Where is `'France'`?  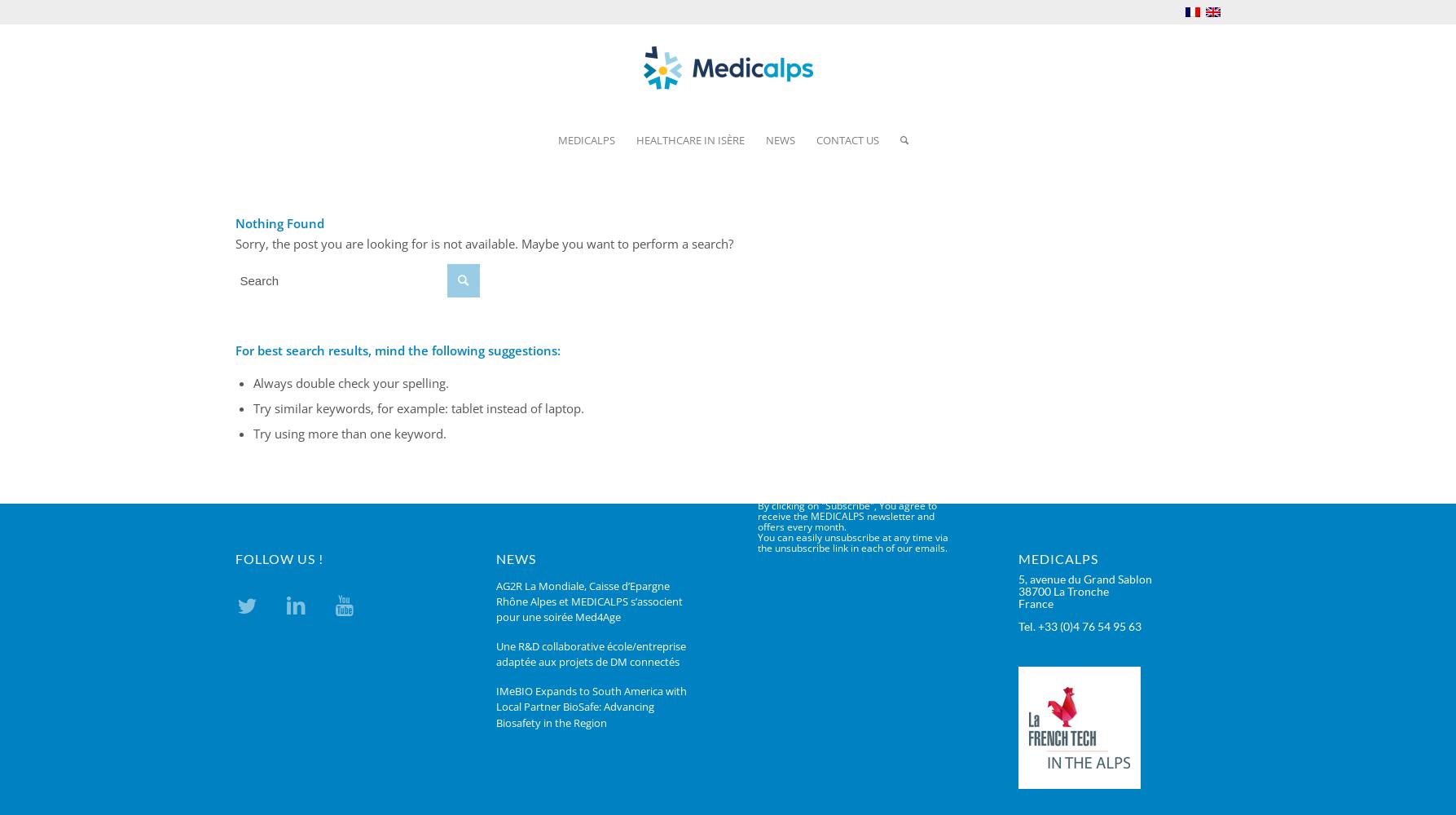
'France' is located at coordinates (1035, 602).